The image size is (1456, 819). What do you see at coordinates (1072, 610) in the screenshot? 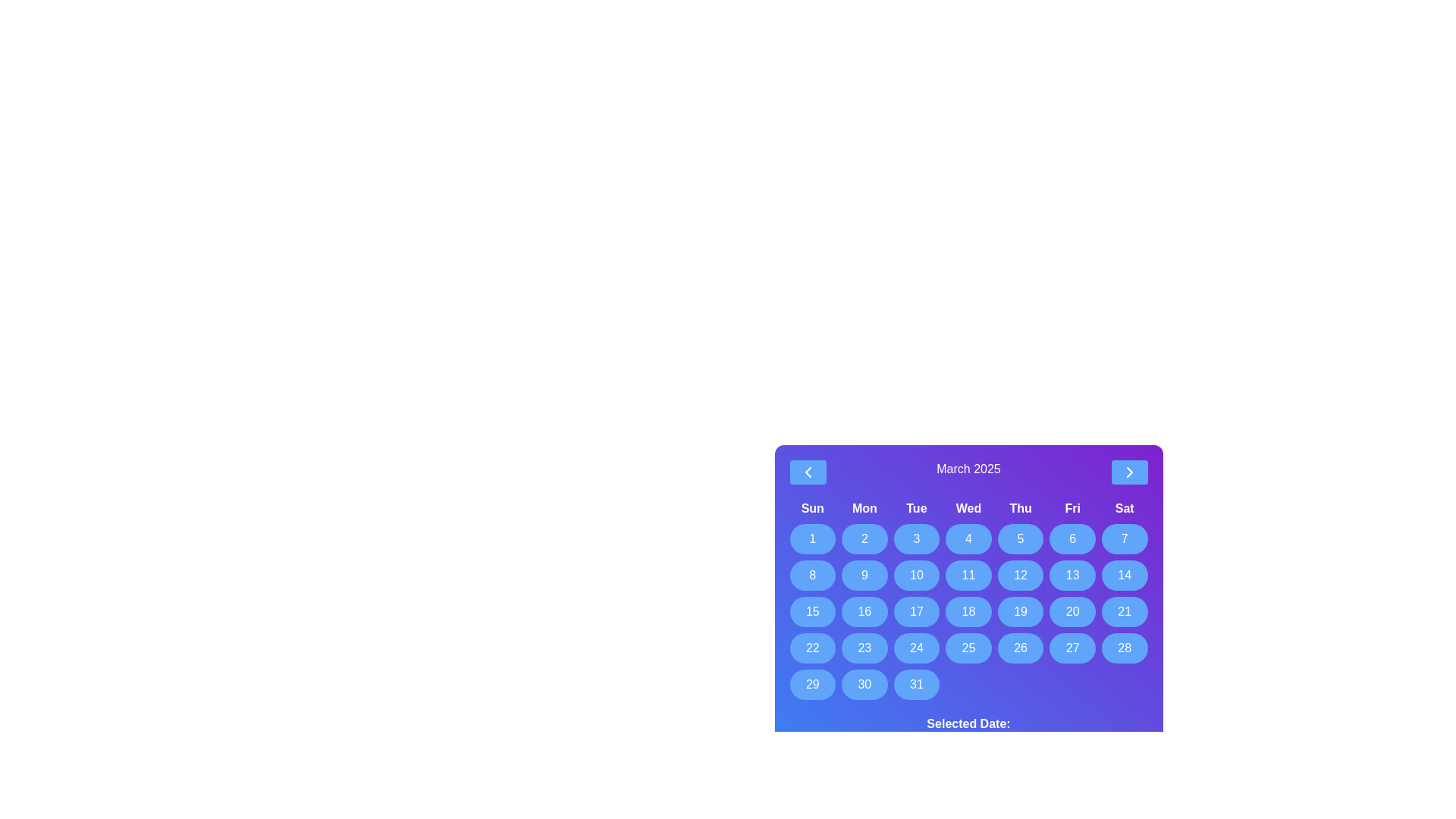
I see `the selectable date button for the date '20' in the calendar interface located in the sixth column under the 'Fri' header to change its background color` at bounding box center [1072, 610].